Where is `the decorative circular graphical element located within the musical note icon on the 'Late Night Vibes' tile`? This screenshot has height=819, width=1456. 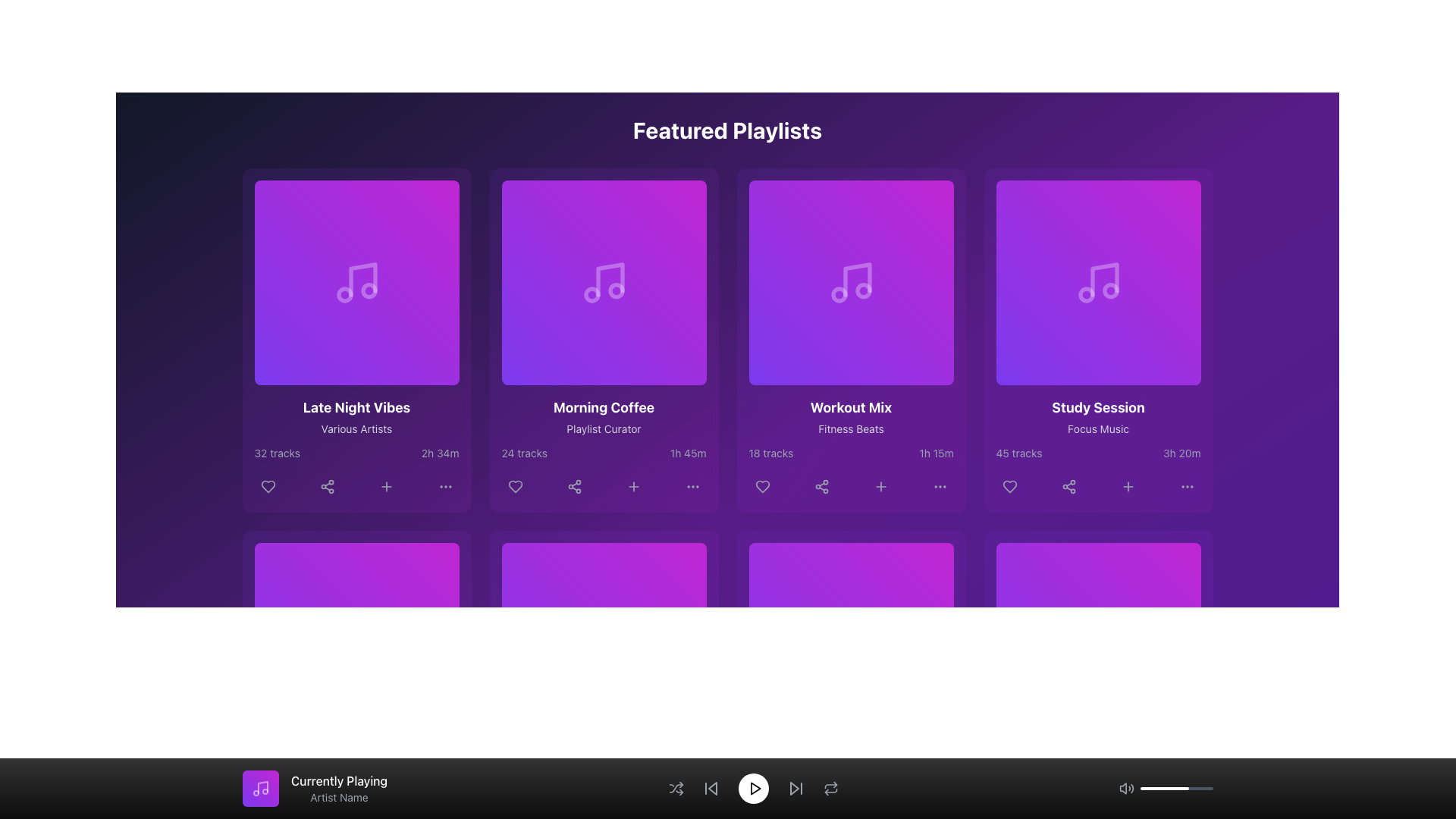
the decorative circular graphical element located within the musical note icon on the 'Late Night Vibes' tile is located at coordinates (369, 290).